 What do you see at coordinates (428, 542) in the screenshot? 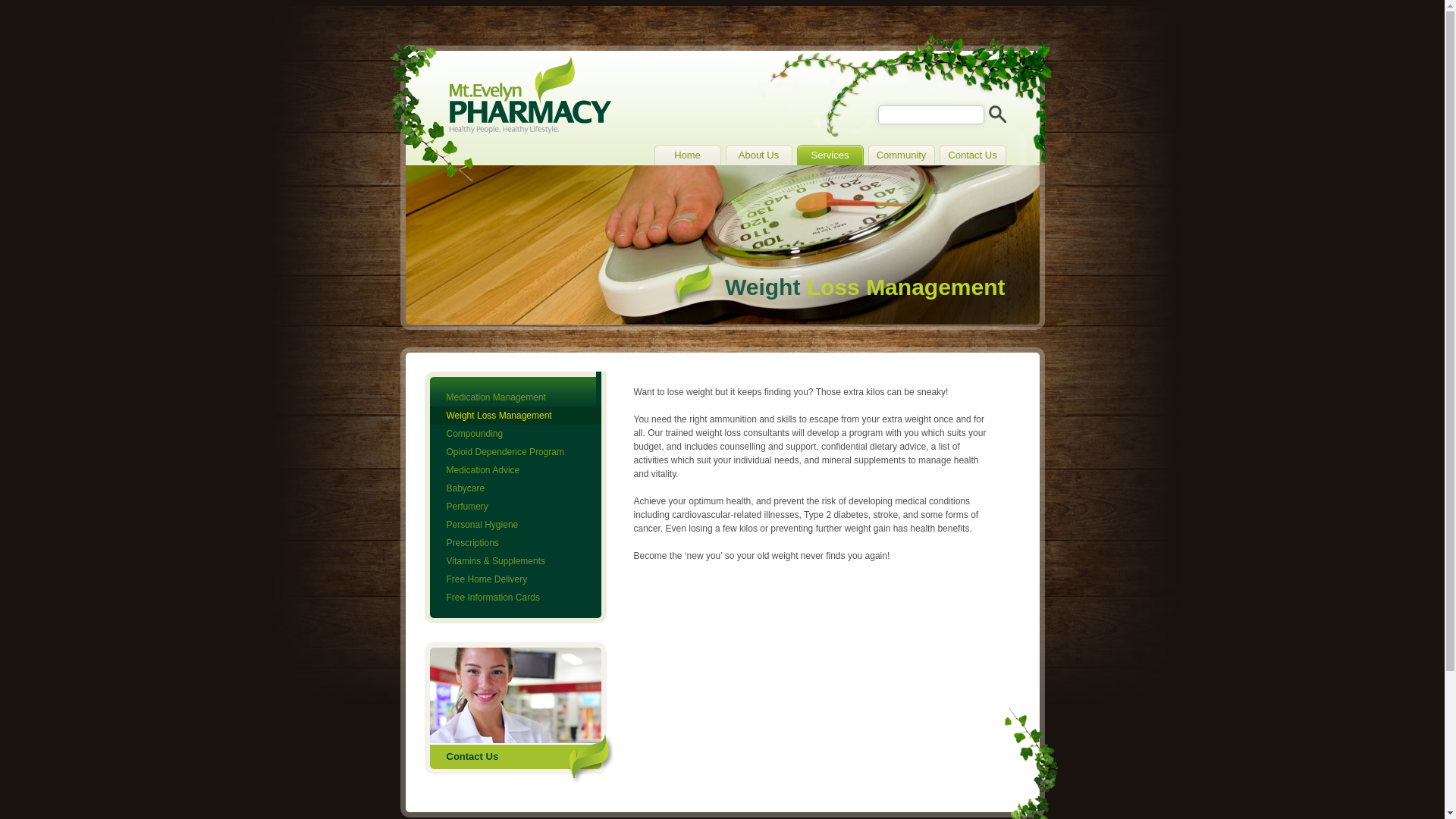
I see `'Prescriptions'` at bounding box center [428, 542].